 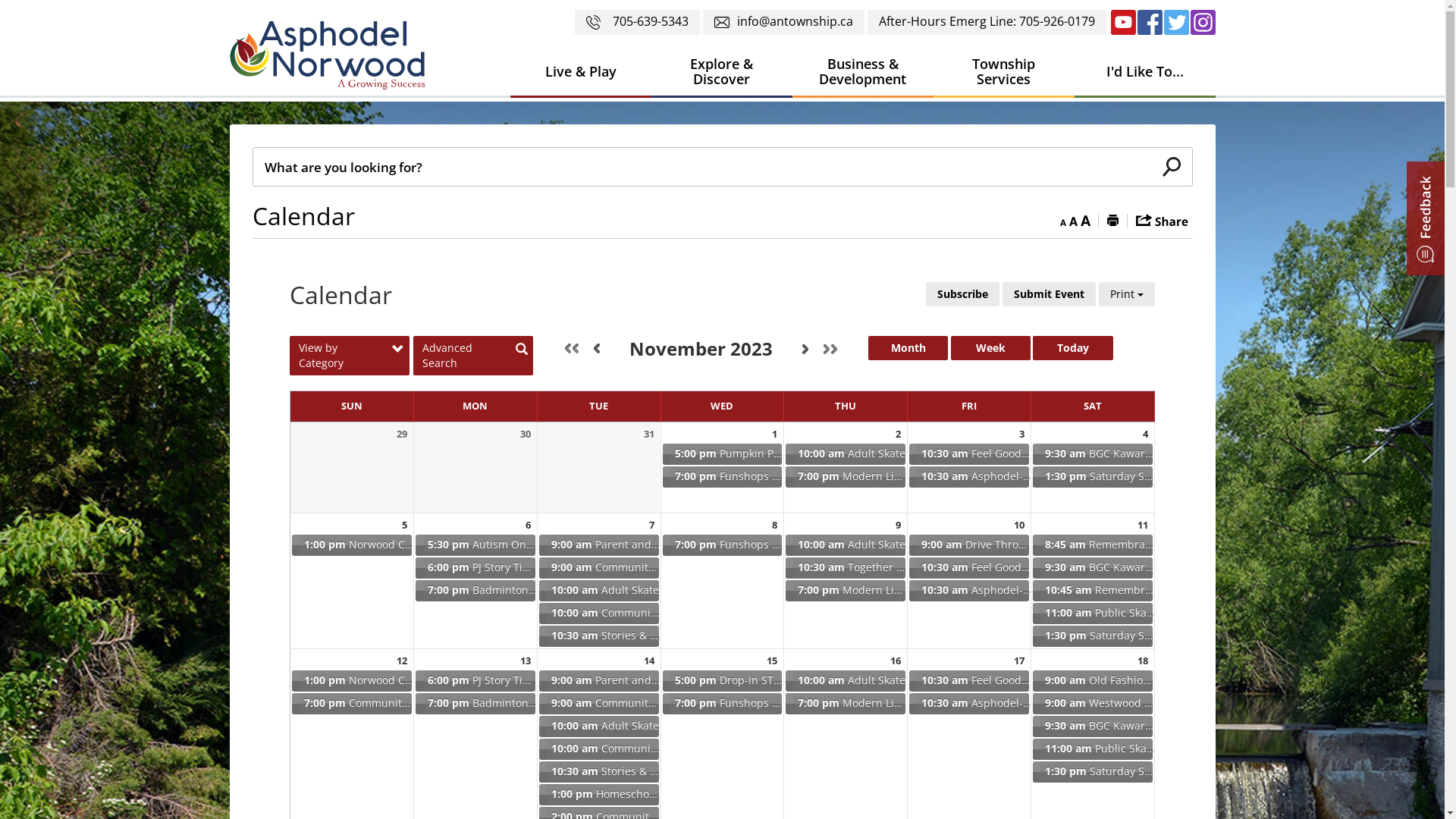 I want to click on '1:00 pm Homeschooler's at the Library', so click(x=598, y=794).